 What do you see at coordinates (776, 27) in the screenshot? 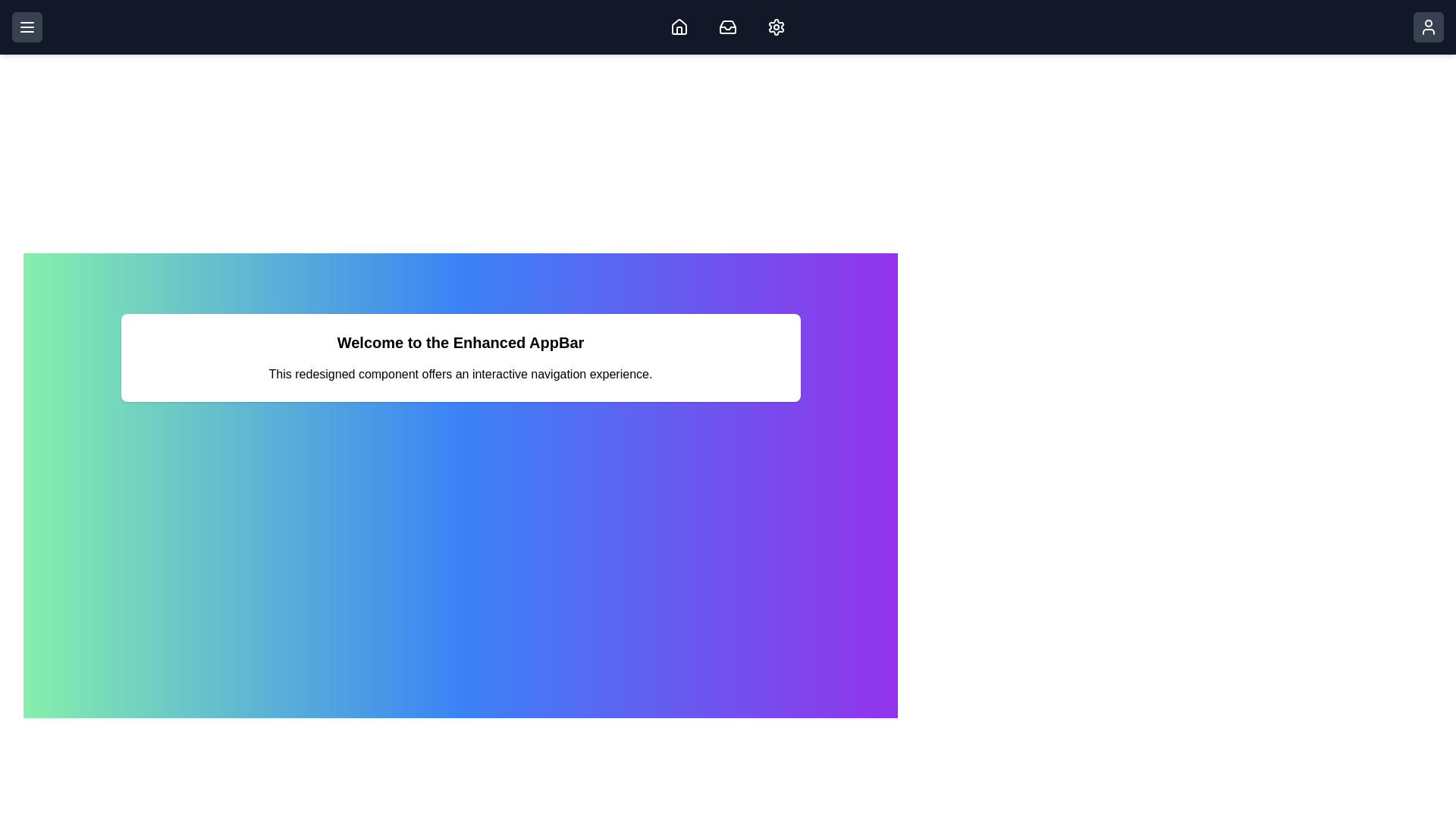
I see `the Settings icon located in the top-right corner of the AppBar` at bounding box center [776, 27].